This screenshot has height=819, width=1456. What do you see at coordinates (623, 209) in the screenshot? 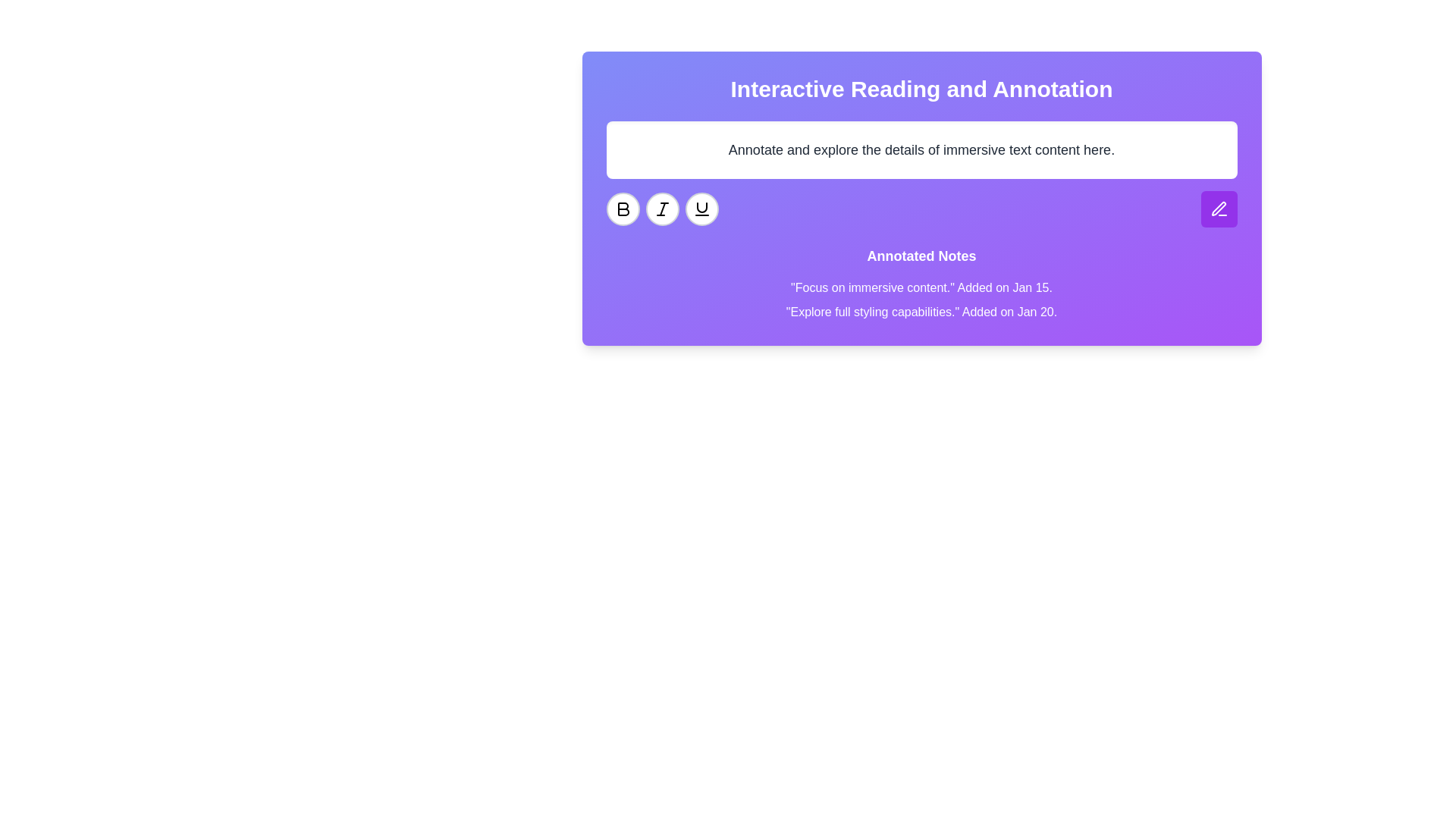
I see `the bold formatting icon located in the toolbar beneath the main text input area` at bounding box center [623, 209].